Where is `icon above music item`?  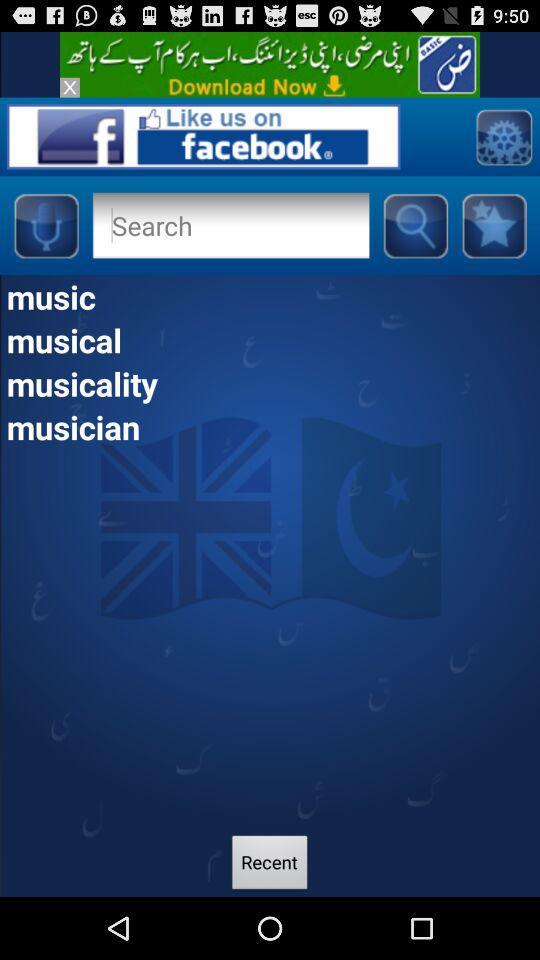 icon above music item is located at coordinates (493, 225).